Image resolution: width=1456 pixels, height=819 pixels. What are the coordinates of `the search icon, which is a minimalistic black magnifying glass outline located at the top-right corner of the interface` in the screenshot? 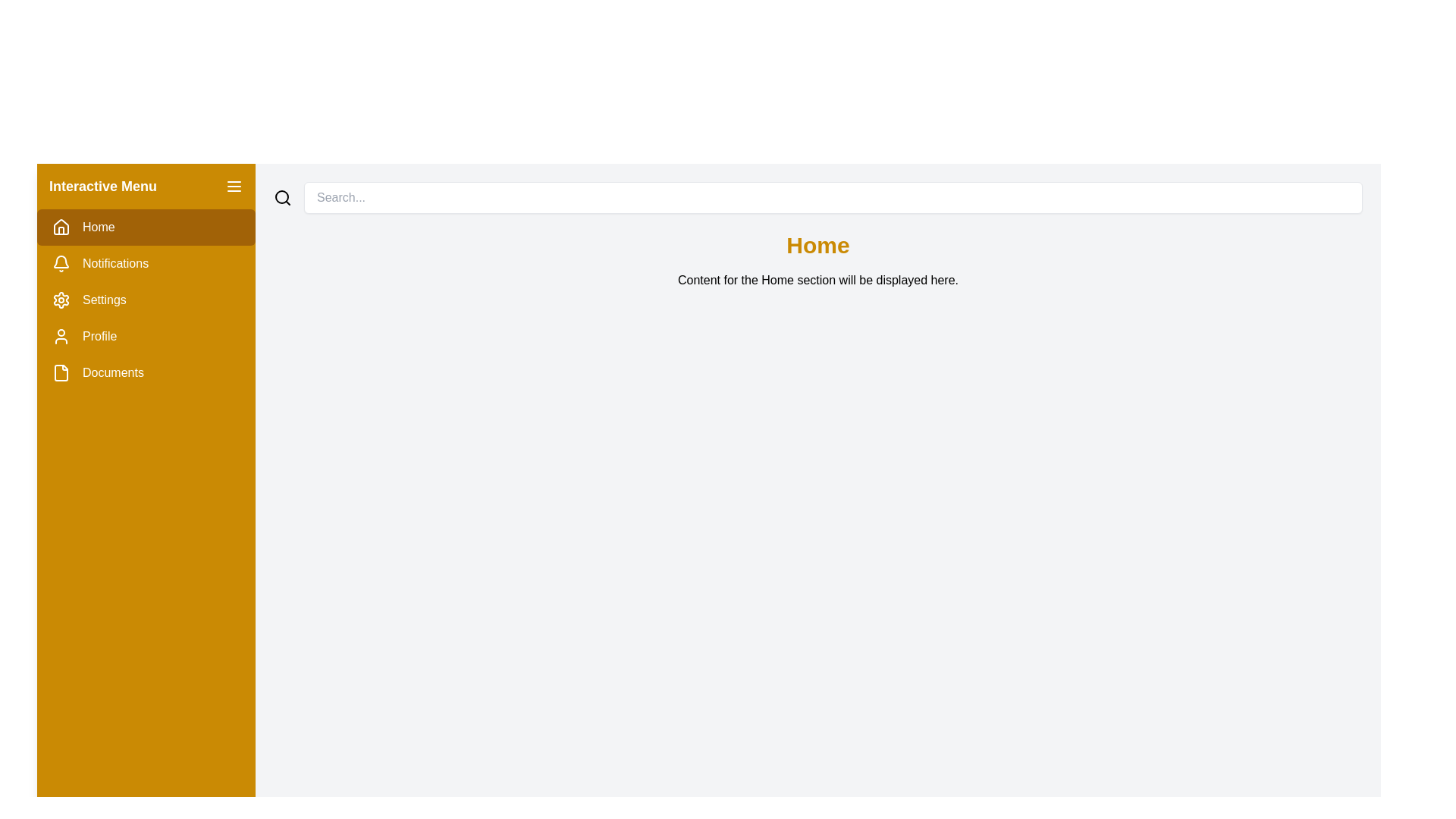 It's located at (283, 197).